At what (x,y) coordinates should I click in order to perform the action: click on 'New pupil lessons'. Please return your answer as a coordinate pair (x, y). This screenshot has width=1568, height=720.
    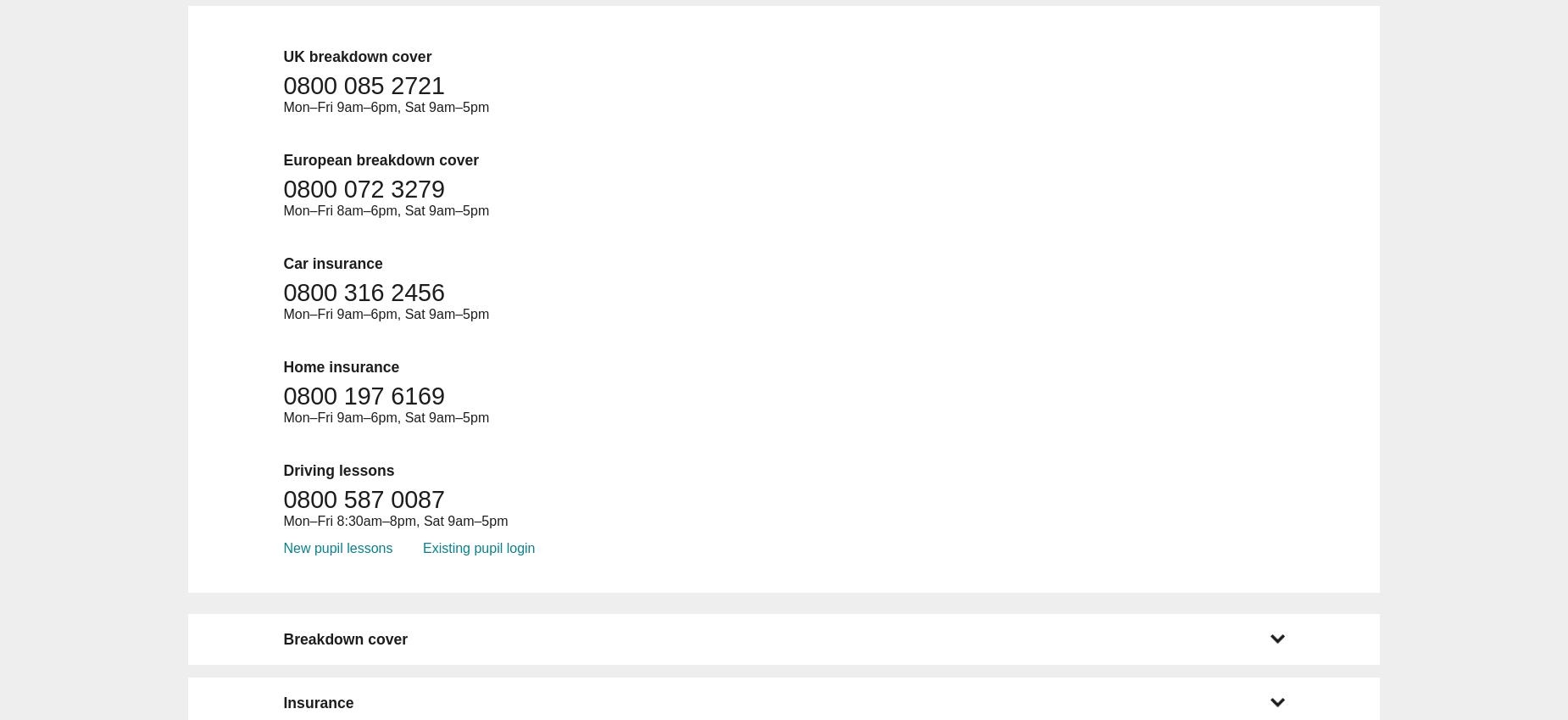
    Looking at the image, I should click on (336, 547).